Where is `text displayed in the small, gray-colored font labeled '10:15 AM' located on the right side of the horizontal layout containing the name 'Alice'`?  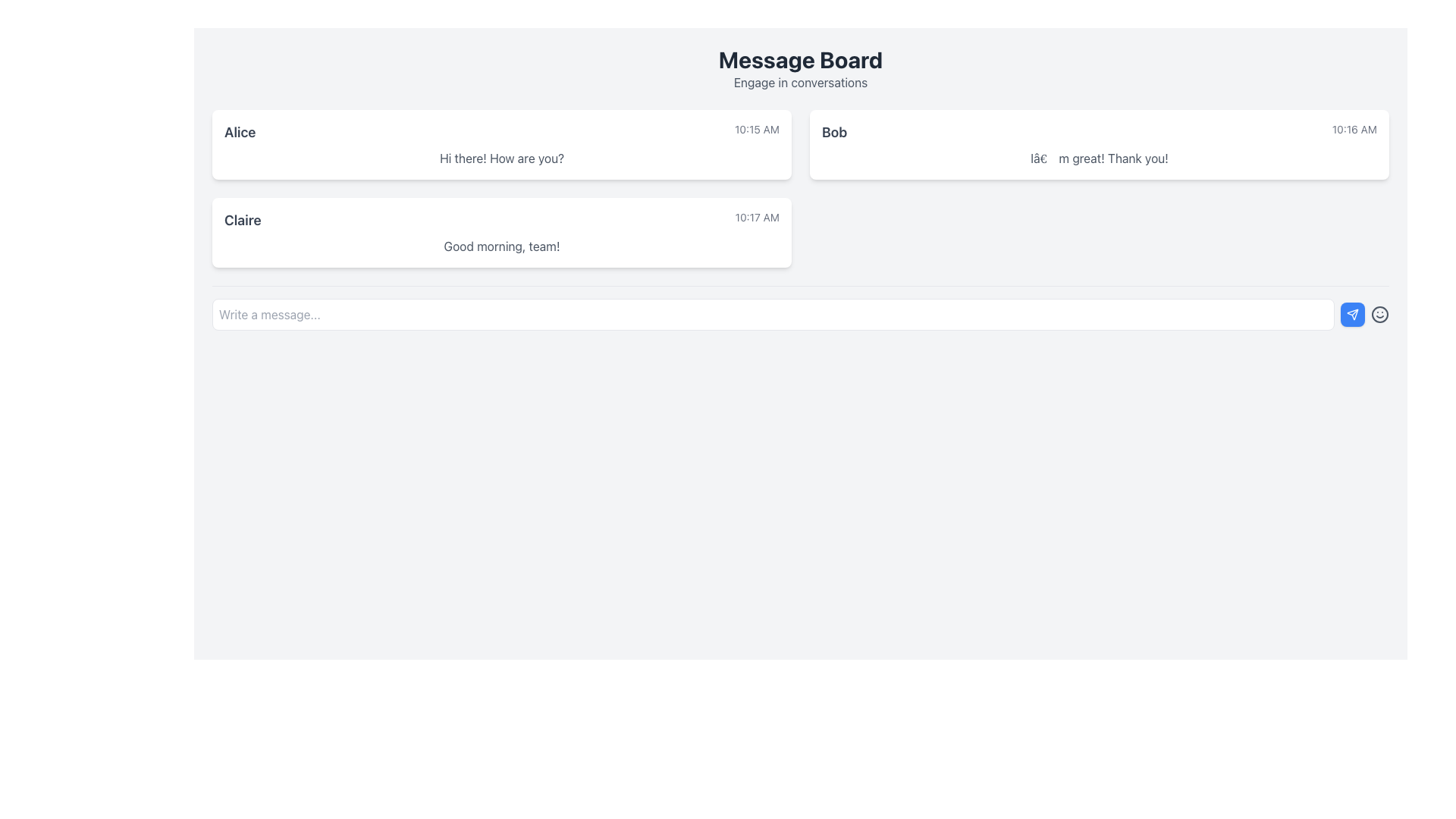
text displayed in the small, gray-colored font labeled '10:15 AM' located on the right side of the horizontal layout containing the name 'Alice' is located at coordinates (757, 131).